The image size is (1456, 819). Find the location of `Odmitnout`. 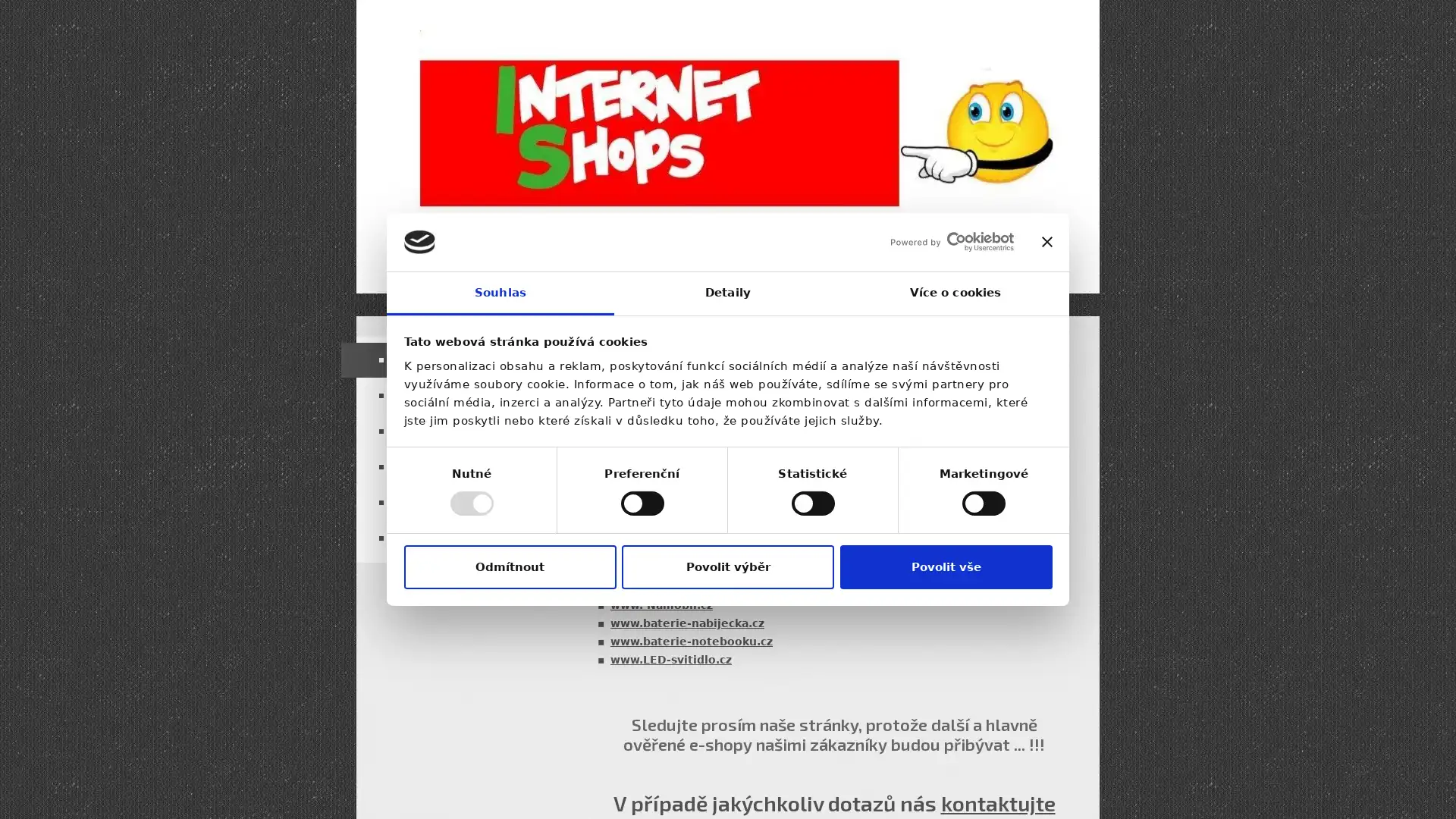

Odmitnout is located at coordinates (510, 566).